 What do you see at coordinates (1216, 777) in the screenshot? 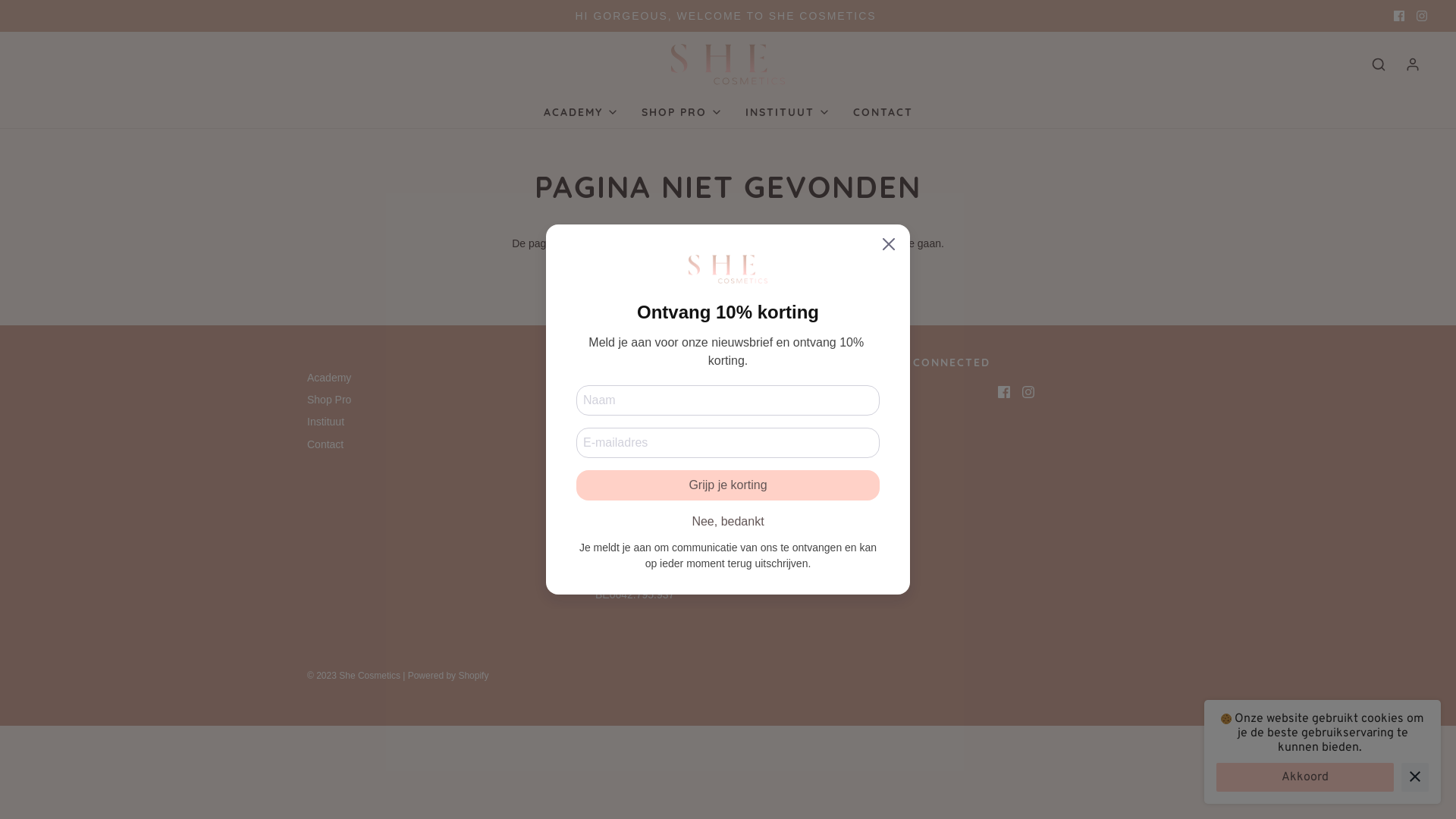
I see `'Akkoord'` at bounding box center [1216, 777].